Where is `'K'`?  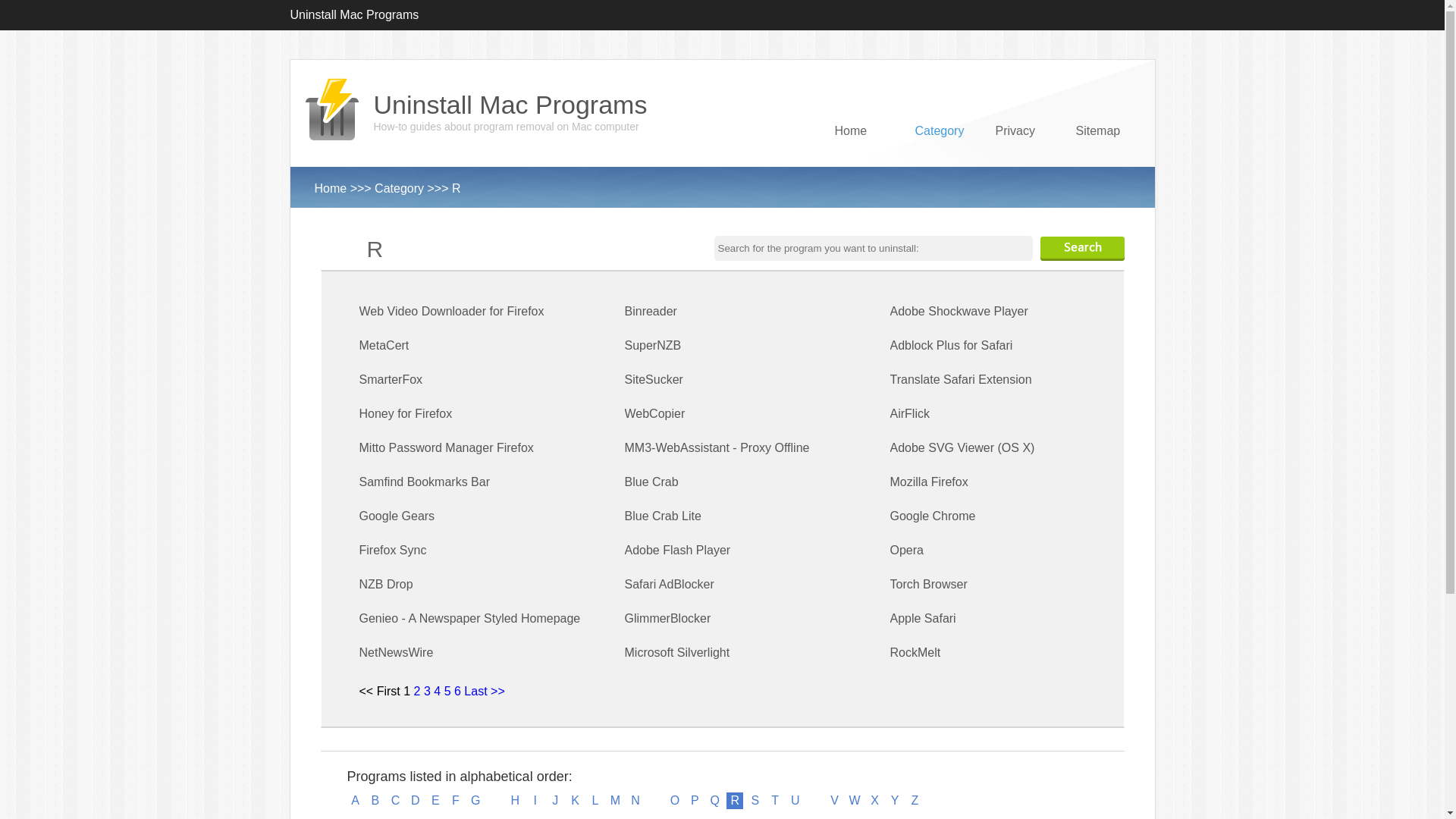
'K' is located at coordinates (574, 800).